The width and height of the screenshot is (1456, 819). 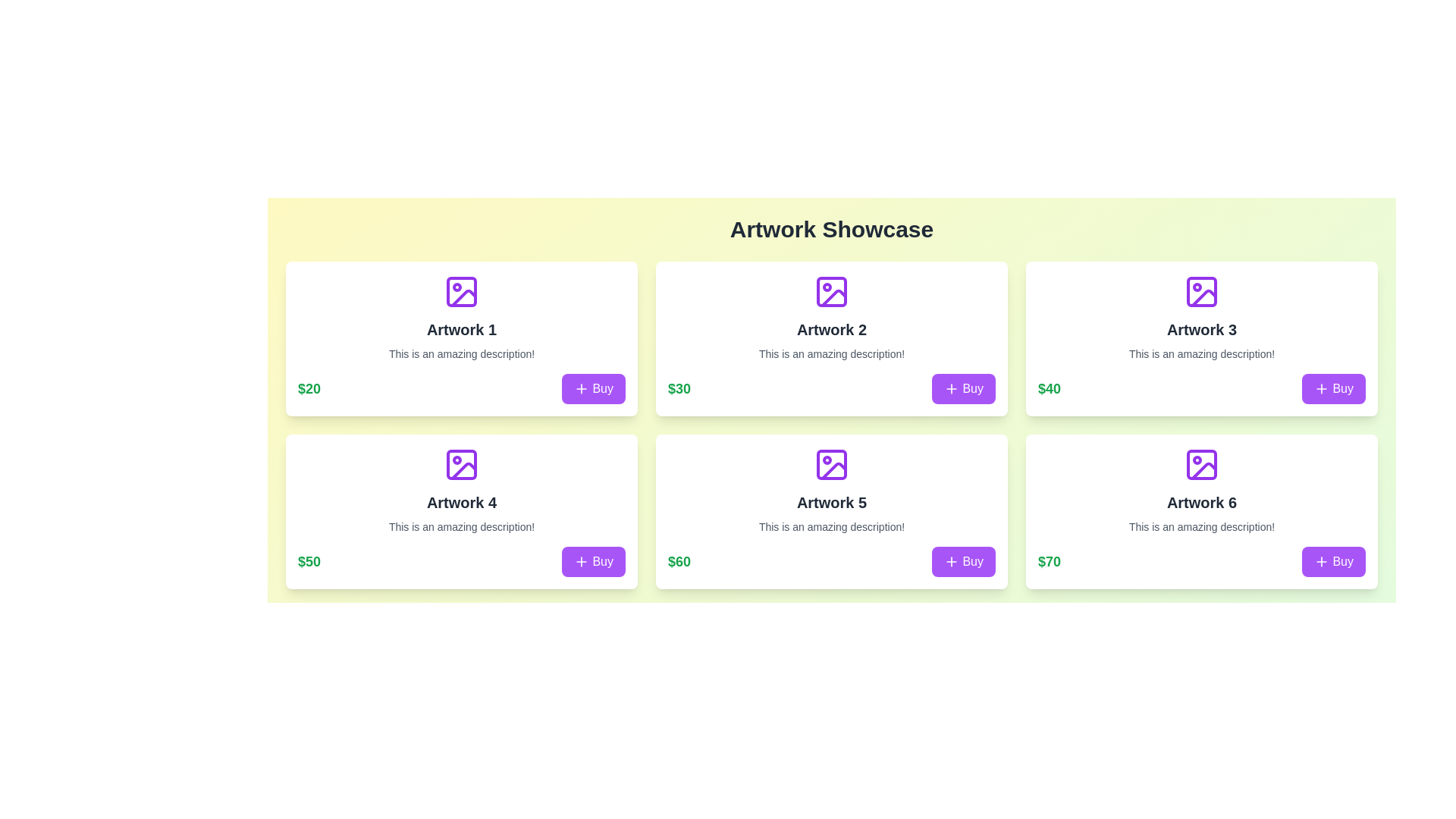 What do you see at coordinates (1321, 388) in the screenshot?
I see `the appearance of the icon located within the 'Buy' button in the third card of the first row of the grid layout` at bounding box center [1321, 388].